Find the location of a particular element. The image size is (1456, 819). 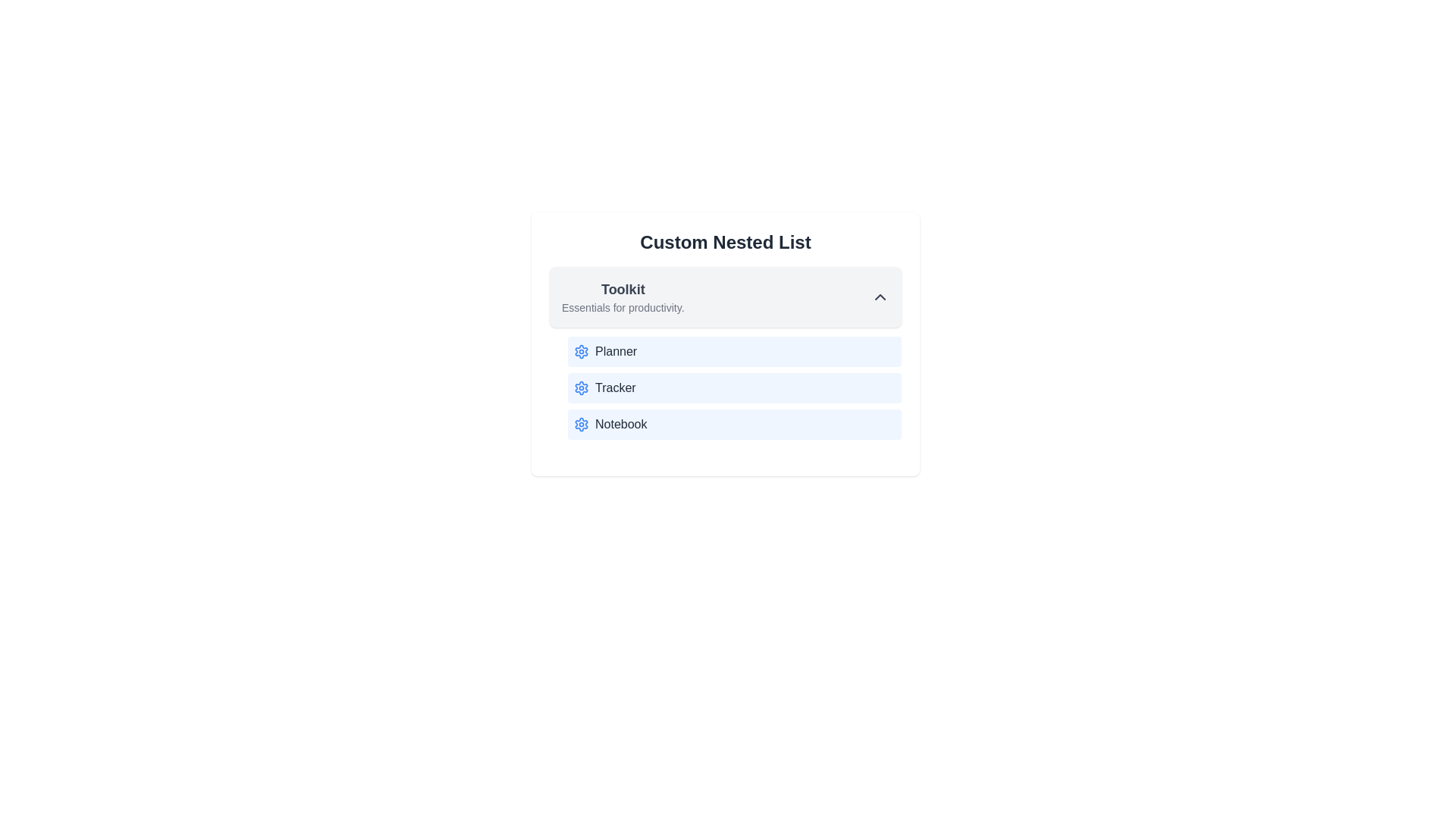

the category header to toggle its expansion is located at coordinates (724, 297).